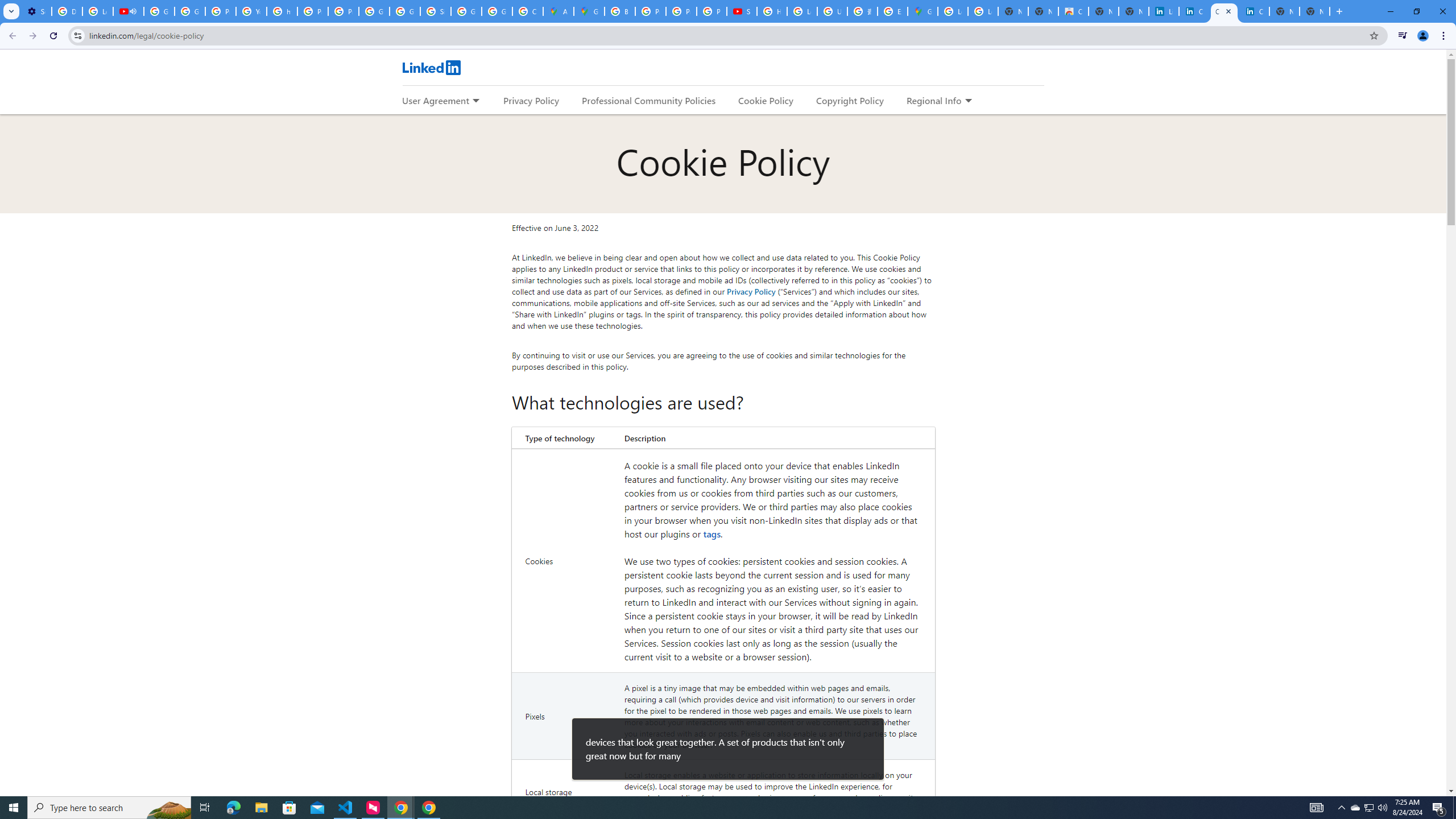 Image resolution: width=1456 pixels, height=819 pixels. What do you see at coordinates (771, 11) in the screenshot?
I see `'How Chrome protects your passwords - Google Chrome Help'` at bounding box center [771, 11].